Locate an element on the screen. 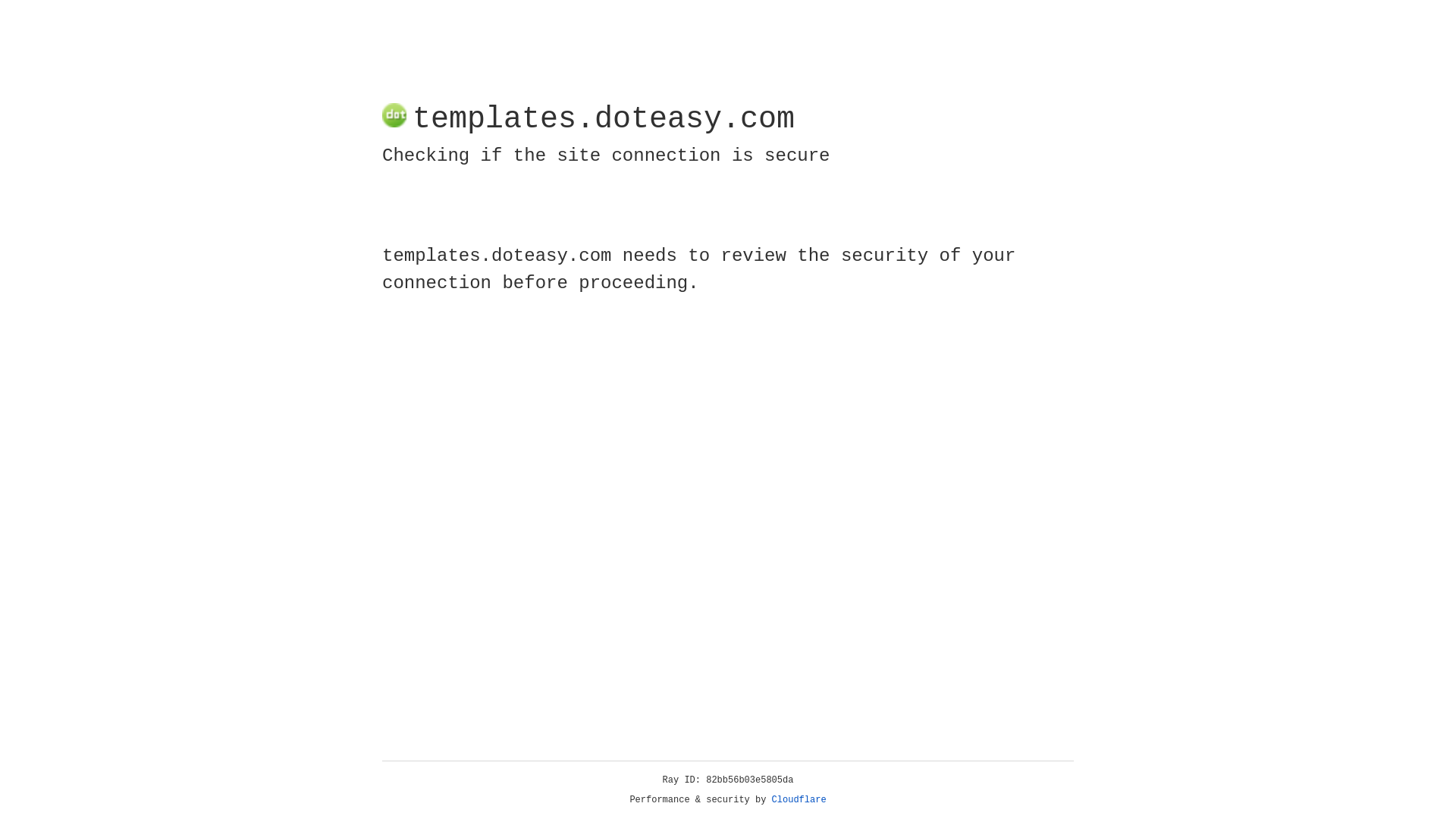 The height and width of the screenshot is (819, 1456). 'Cloudflare' is located at coordinates (799, 799).